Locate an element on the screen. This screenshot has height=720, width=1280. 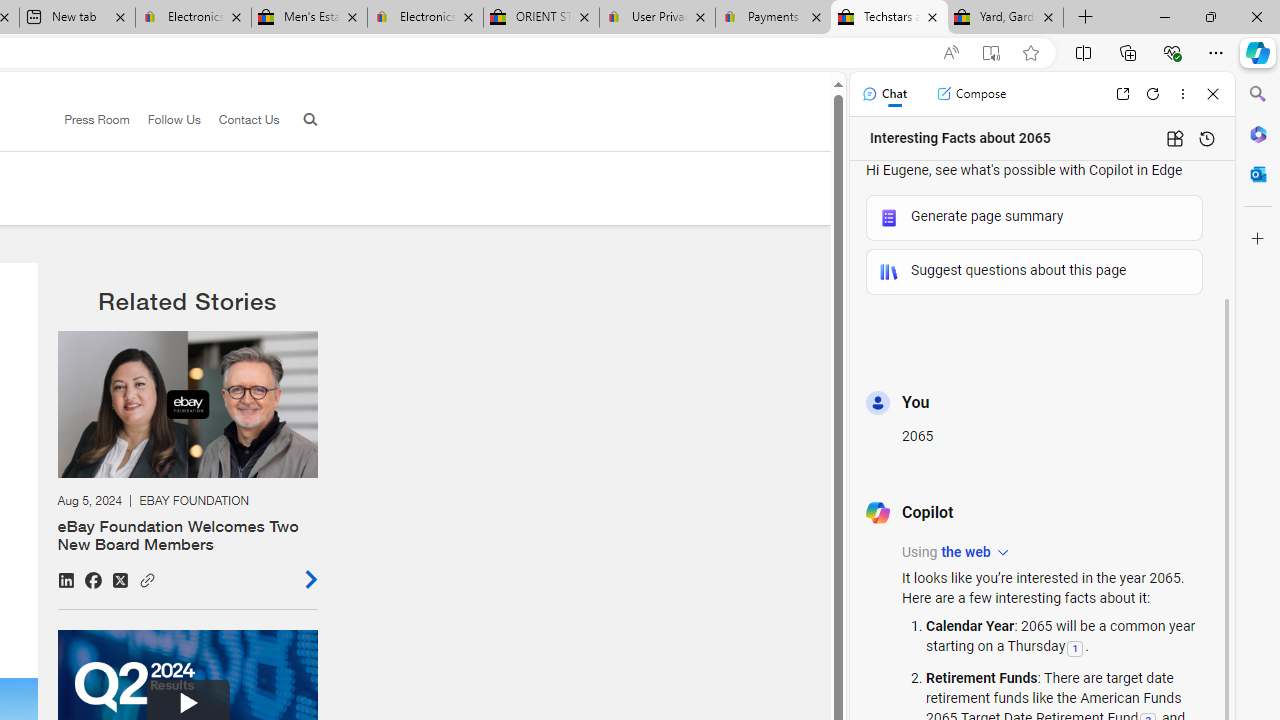
'Chat' is located at coordinates (883, 93).